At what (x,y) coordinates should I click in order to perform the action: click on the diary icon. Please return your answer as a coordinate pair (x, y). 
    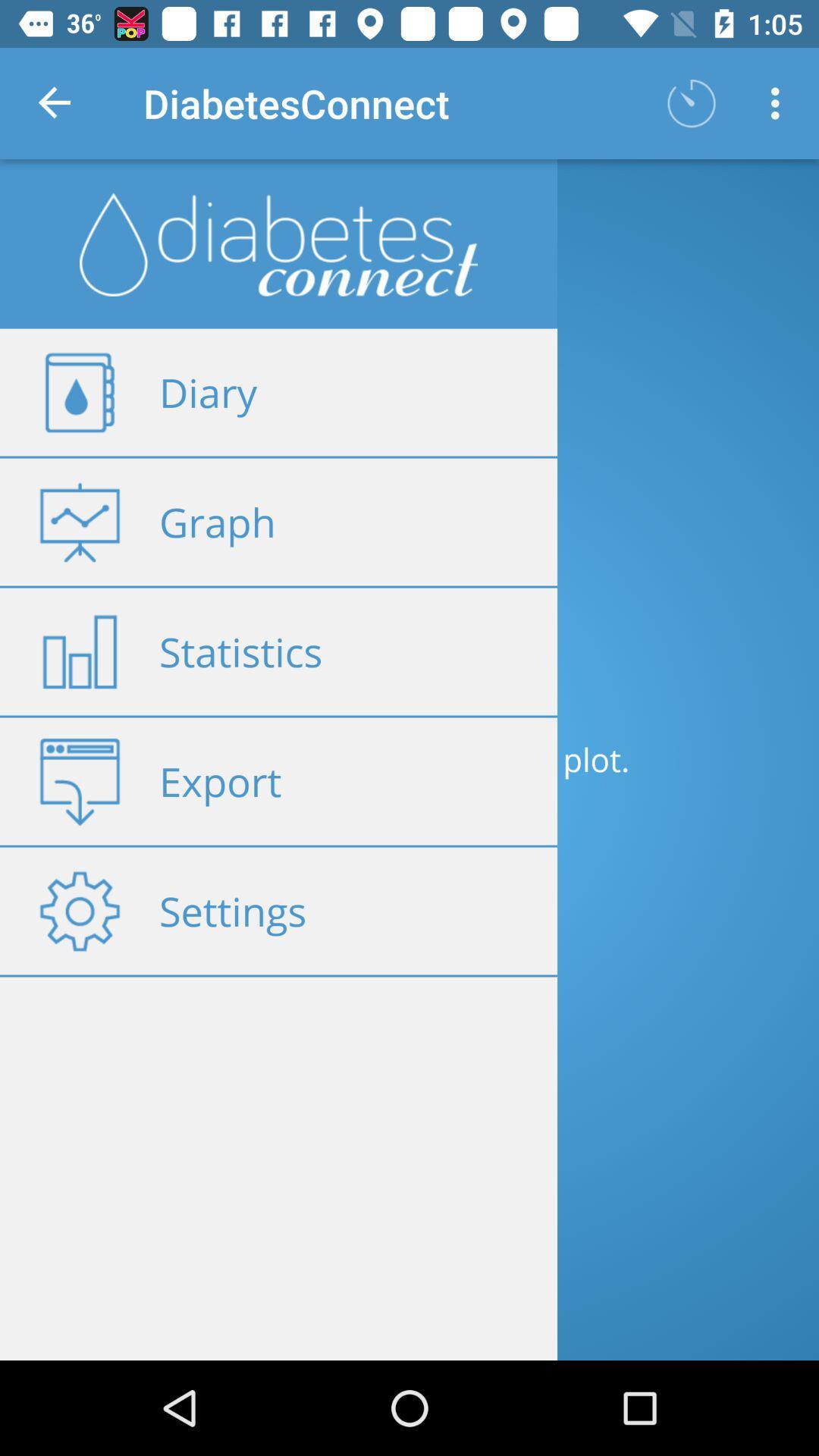
    Looking at the image, I should click on (79, 393).